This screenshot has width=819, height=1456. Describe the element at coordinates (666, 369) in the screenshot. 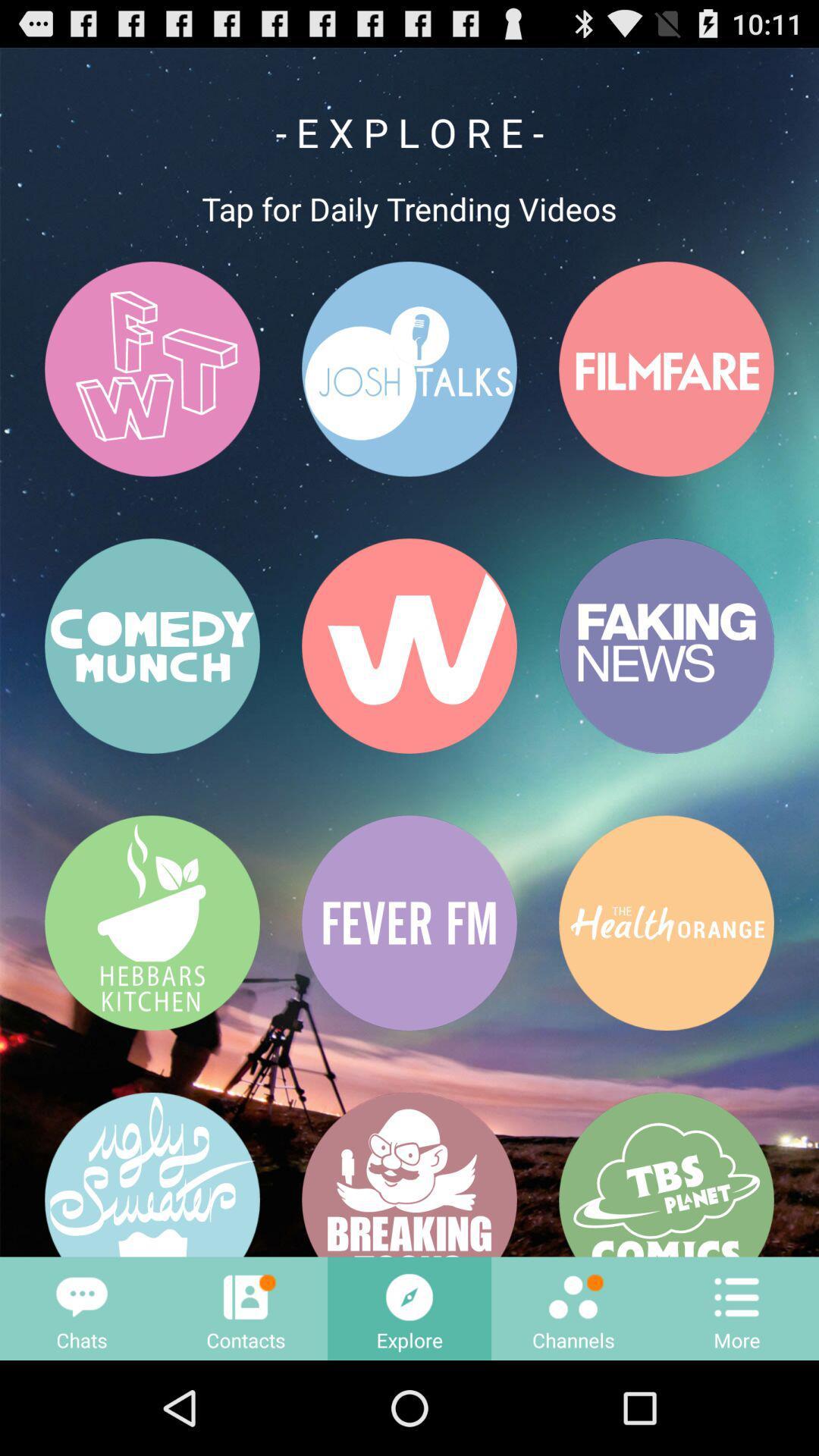

I see `the button that having a text filmfare` at that location.